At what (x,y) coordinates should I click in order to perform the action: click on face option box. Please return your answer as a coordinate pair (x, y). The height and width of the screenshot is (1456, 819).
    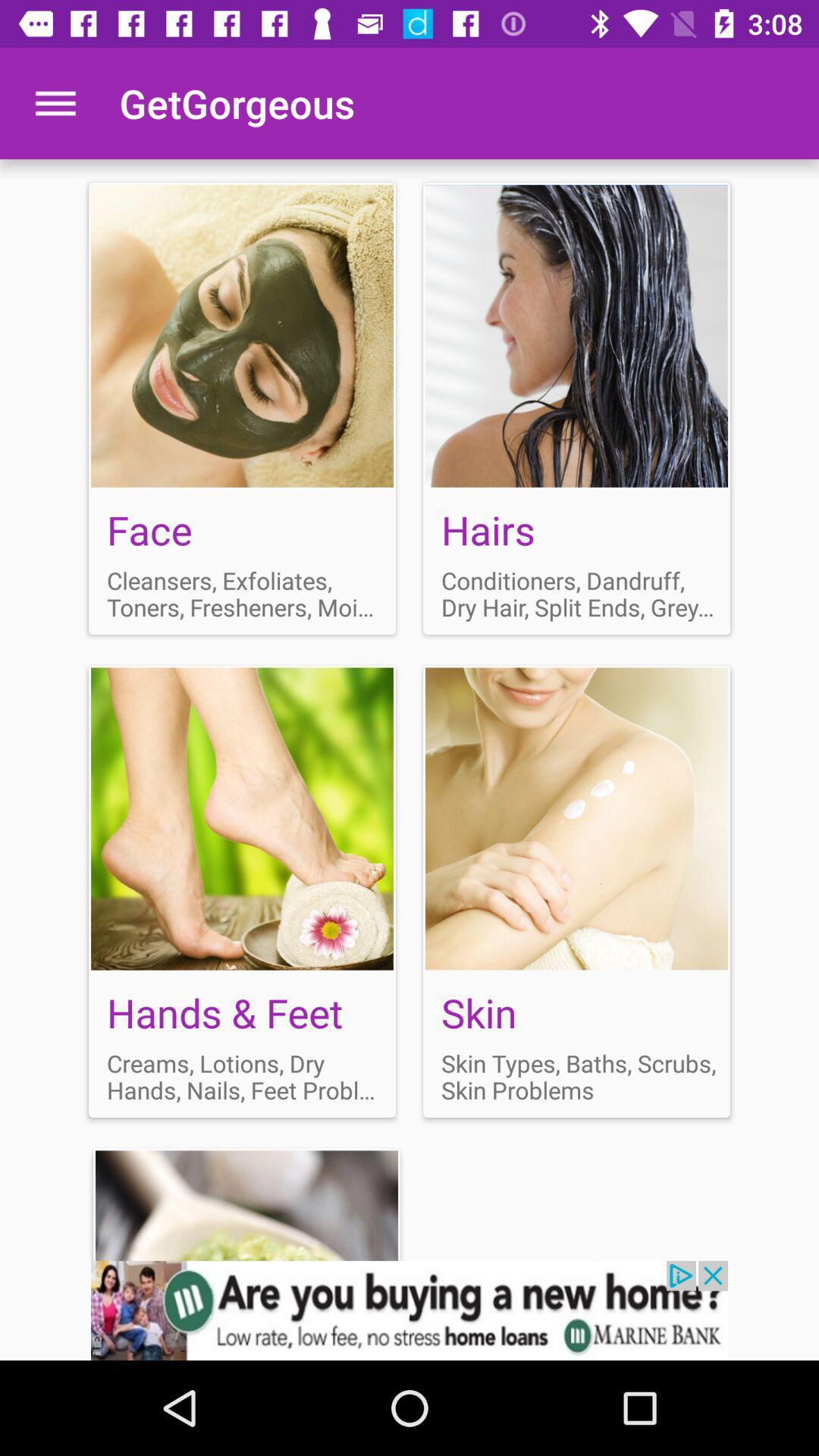
    Looking at the image, I should click on (241, 408).